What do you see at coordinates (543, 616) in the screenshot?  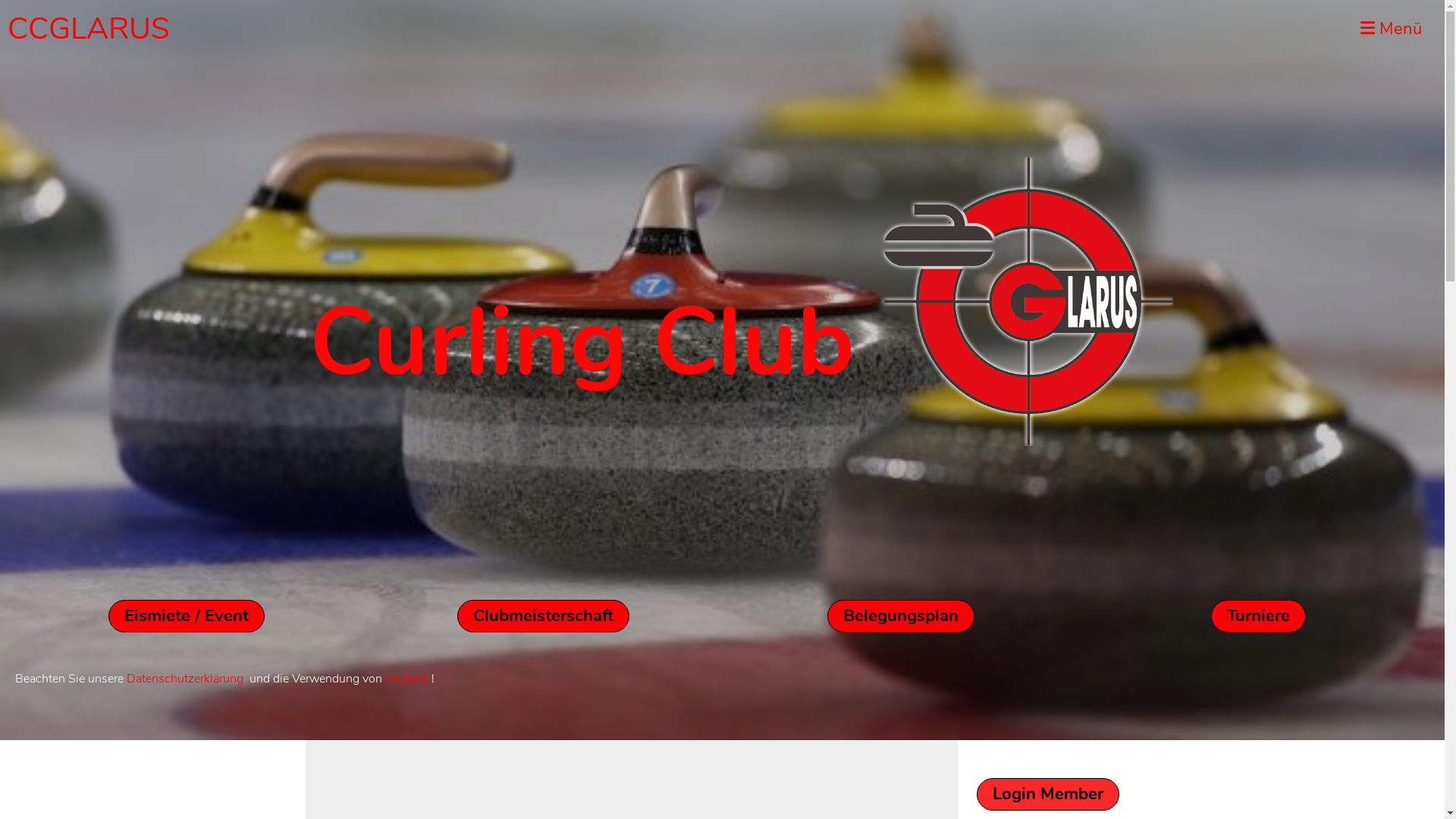 I see `'Clubmeisterschaft'` at bounding box center [543, 616].